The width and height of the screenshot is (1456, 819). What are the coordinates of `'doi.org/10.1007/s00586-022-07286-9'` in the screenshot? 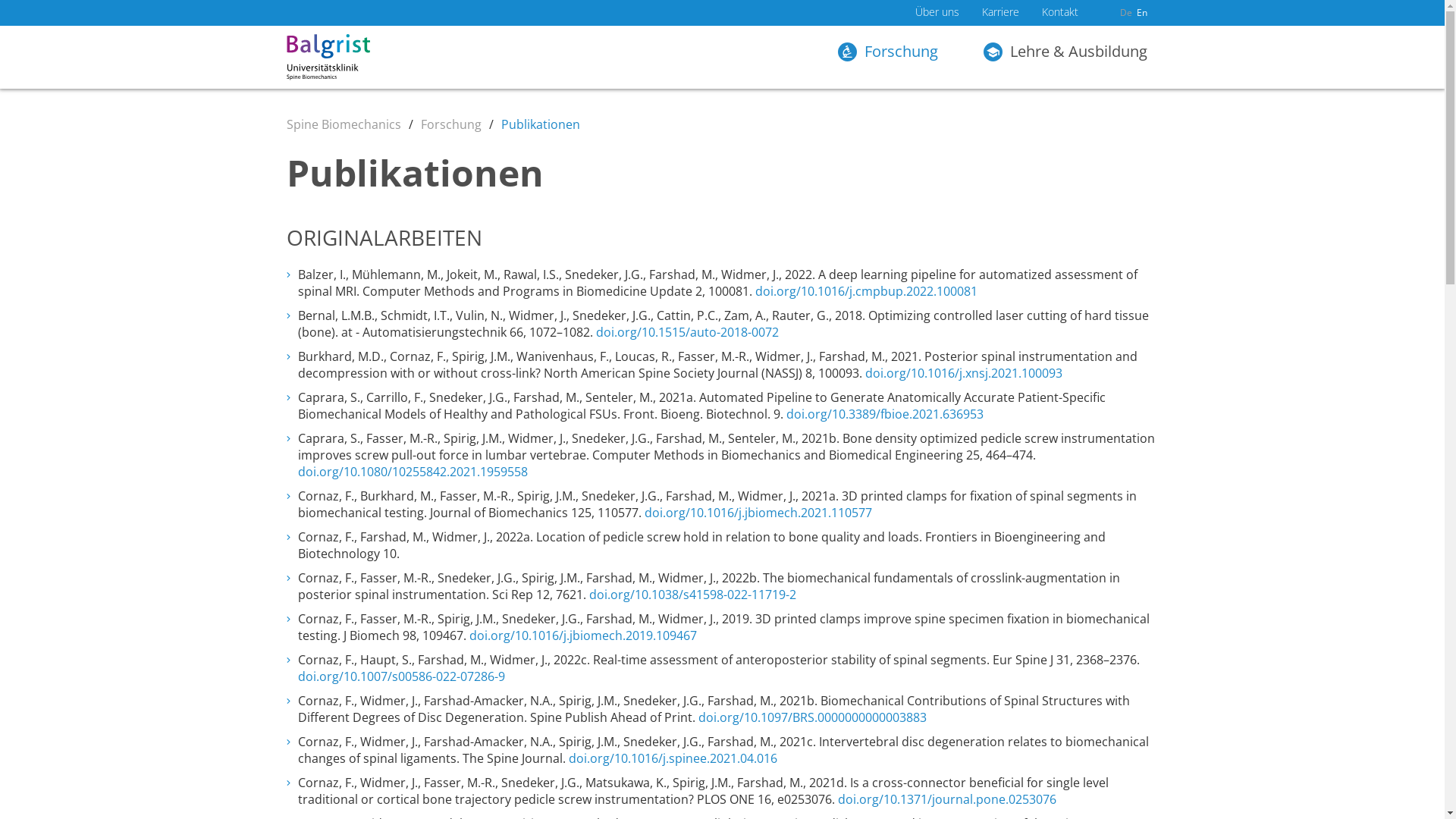 It's located at (400, 675).